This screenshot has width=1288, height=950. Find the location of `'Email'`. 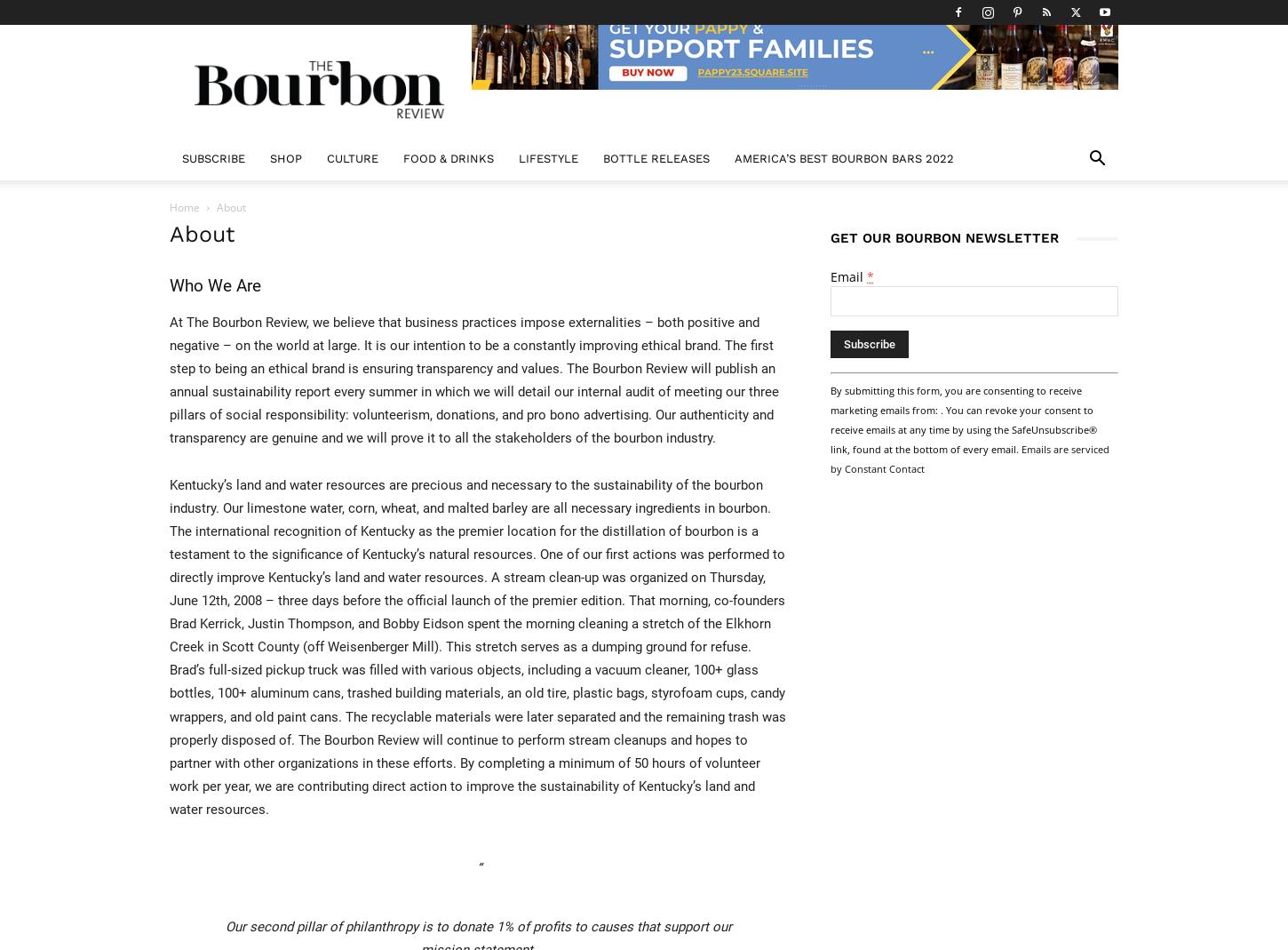

'Email' is located at coordinates (847, 275).